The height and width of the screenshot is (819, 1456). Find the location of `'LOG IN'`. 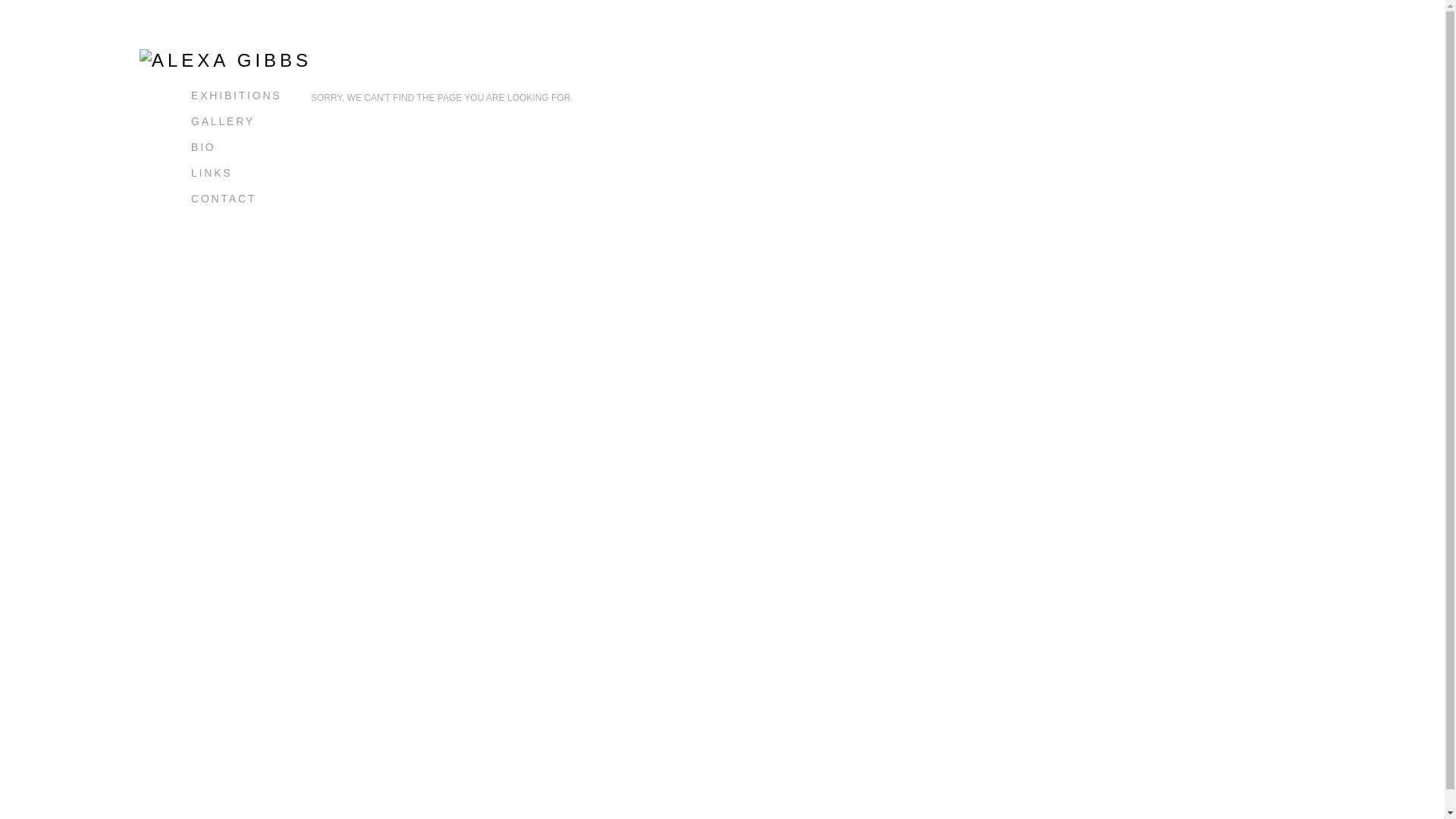

'LOG IN' is located at coordinates (190, 224).